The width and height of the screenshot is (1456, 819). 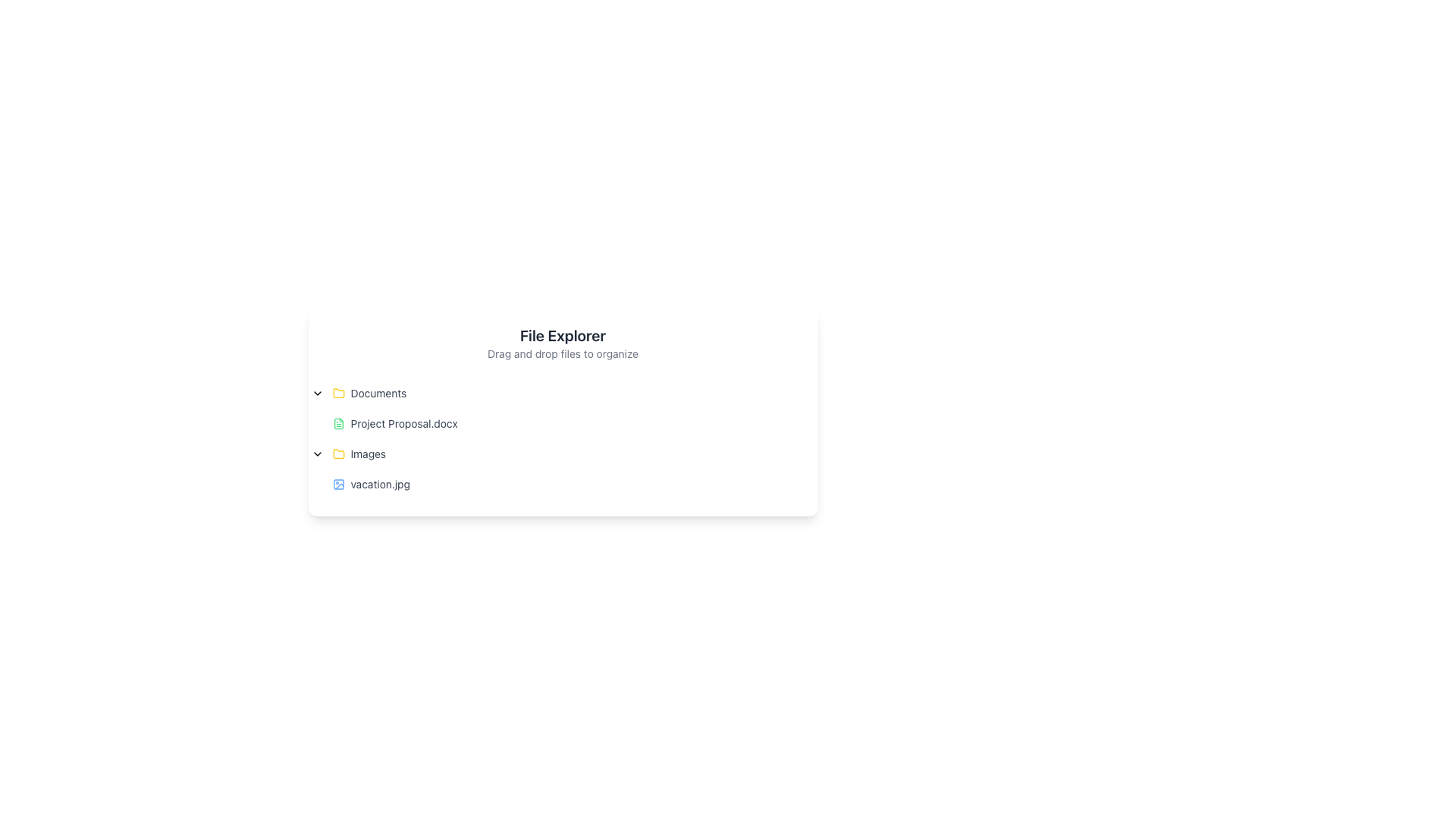 I want to click on the text label that reads 'Documents', which is styled in a smaller gray font and aligned with a yellow folder icon, so click(x=378, y=393).